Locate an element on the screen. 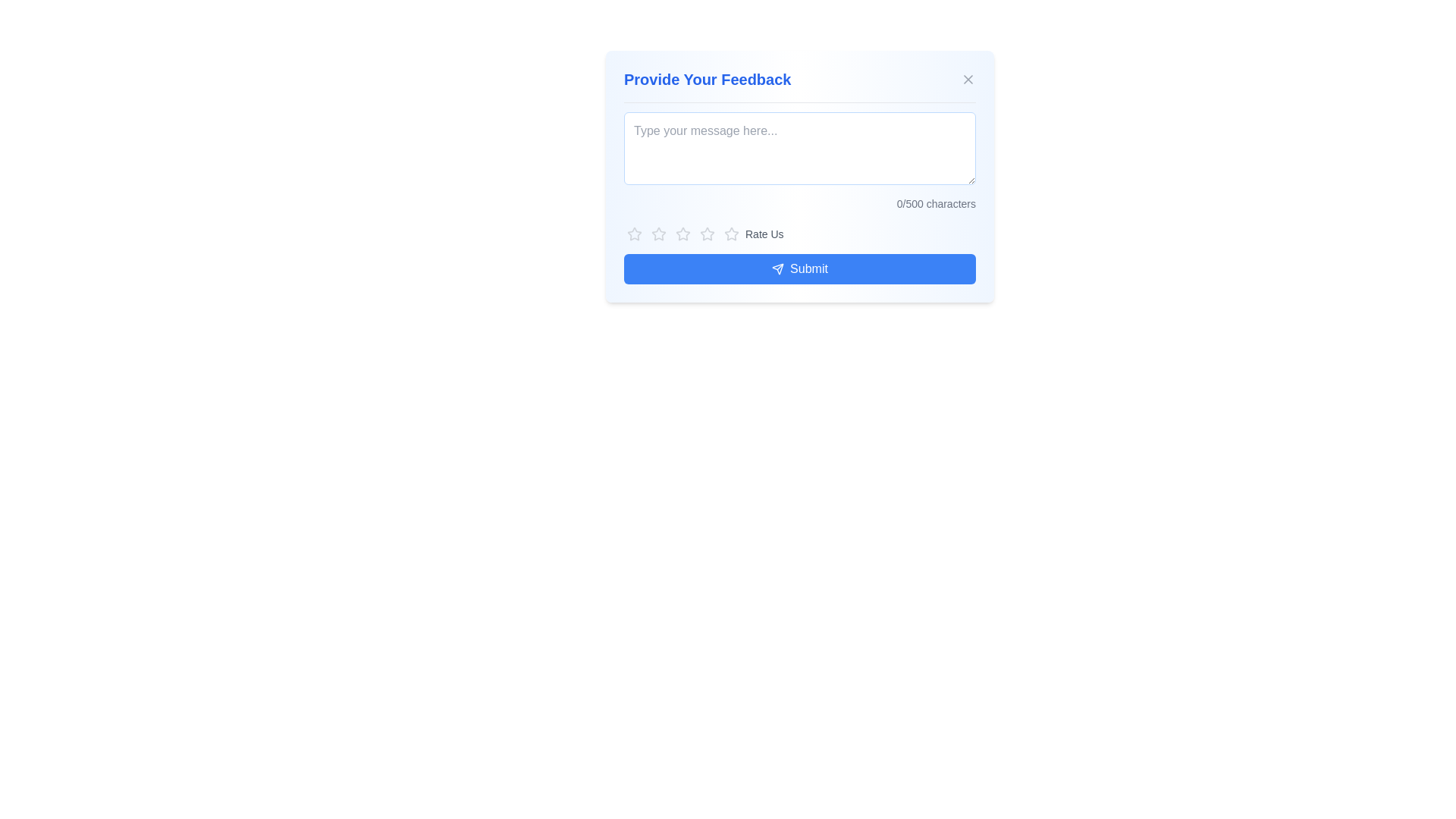 This screenshot has height=819, width=1456. the fifth star icon in the horizontal sequence for rating purposes is located at coordinates (731, 234).